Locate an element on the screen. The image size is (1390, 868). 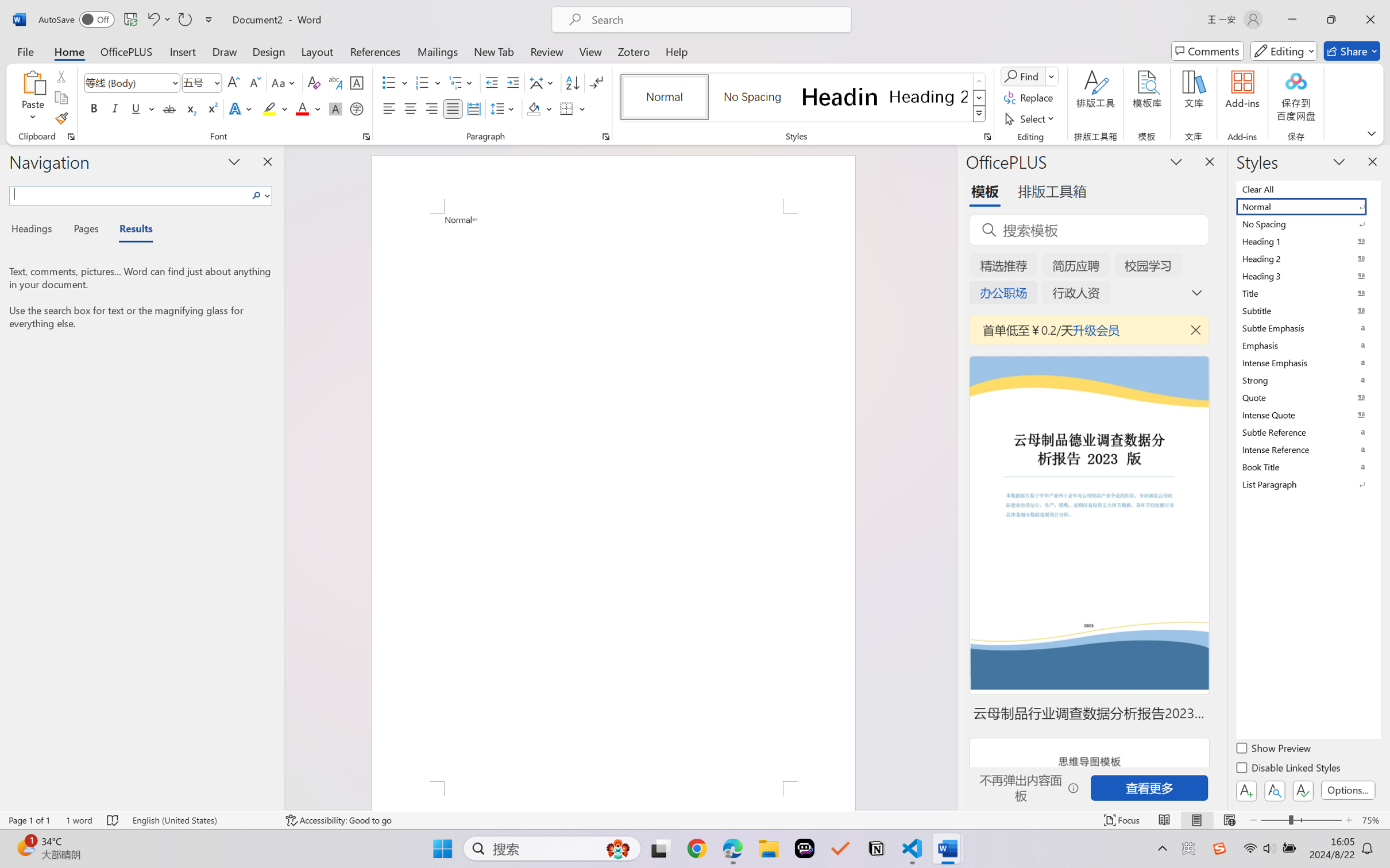
'AutoSave' is located at coordinates (76, 19).